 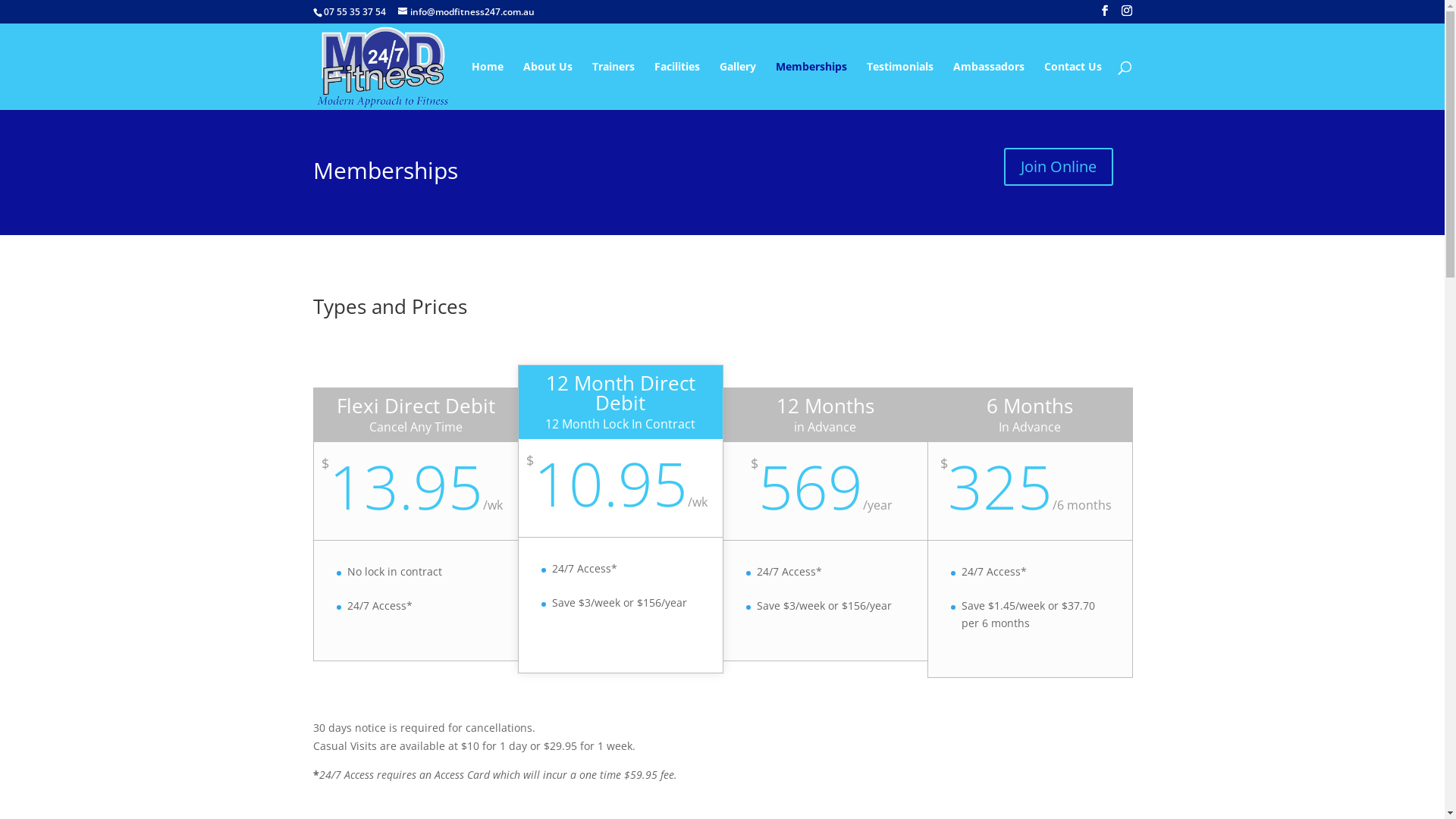 I want to click on 'Join Online', so click(x=1058, y=166).